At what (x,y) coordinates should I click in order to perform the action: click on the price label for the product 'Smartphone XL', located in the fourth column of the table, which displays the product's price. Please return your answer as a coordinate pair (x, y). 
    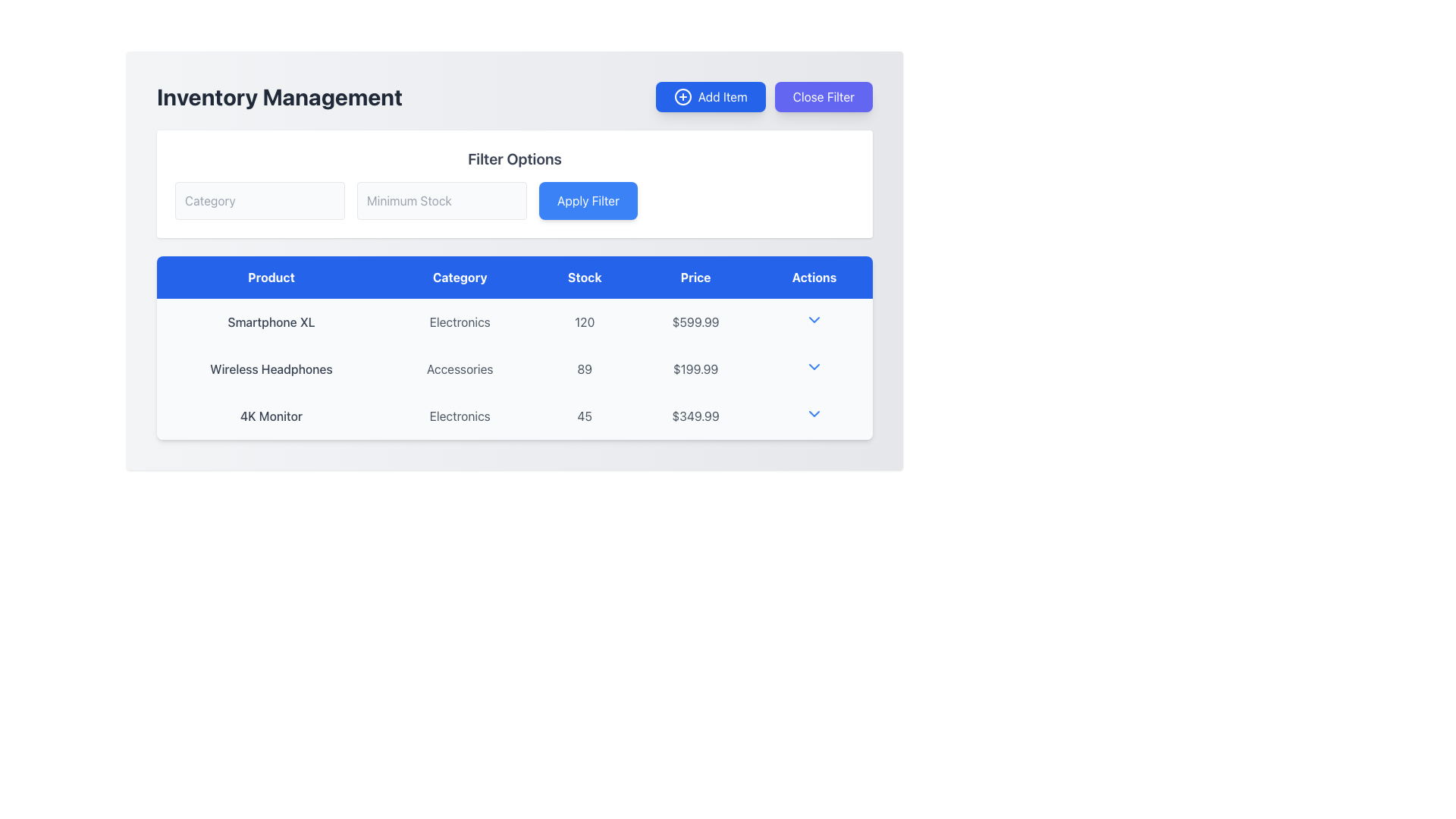
    Looking at the image, I should click on (695, 321).